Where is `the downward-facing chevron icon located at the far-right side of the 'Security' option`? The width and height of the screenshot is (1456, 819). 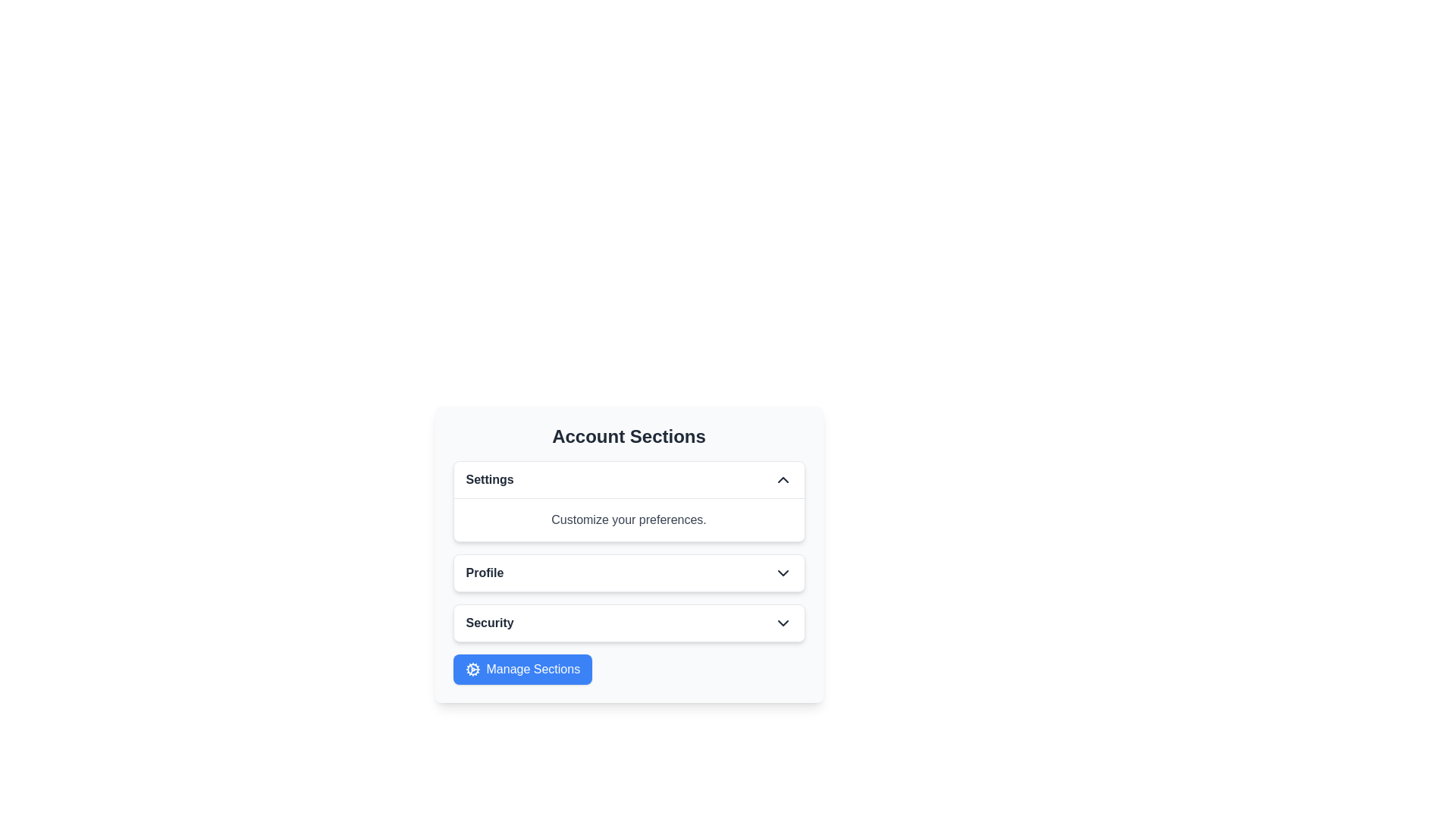
the downward-facing chevron icon located at the far-right side of the 'Security' option is located at coordinates (783, 623).